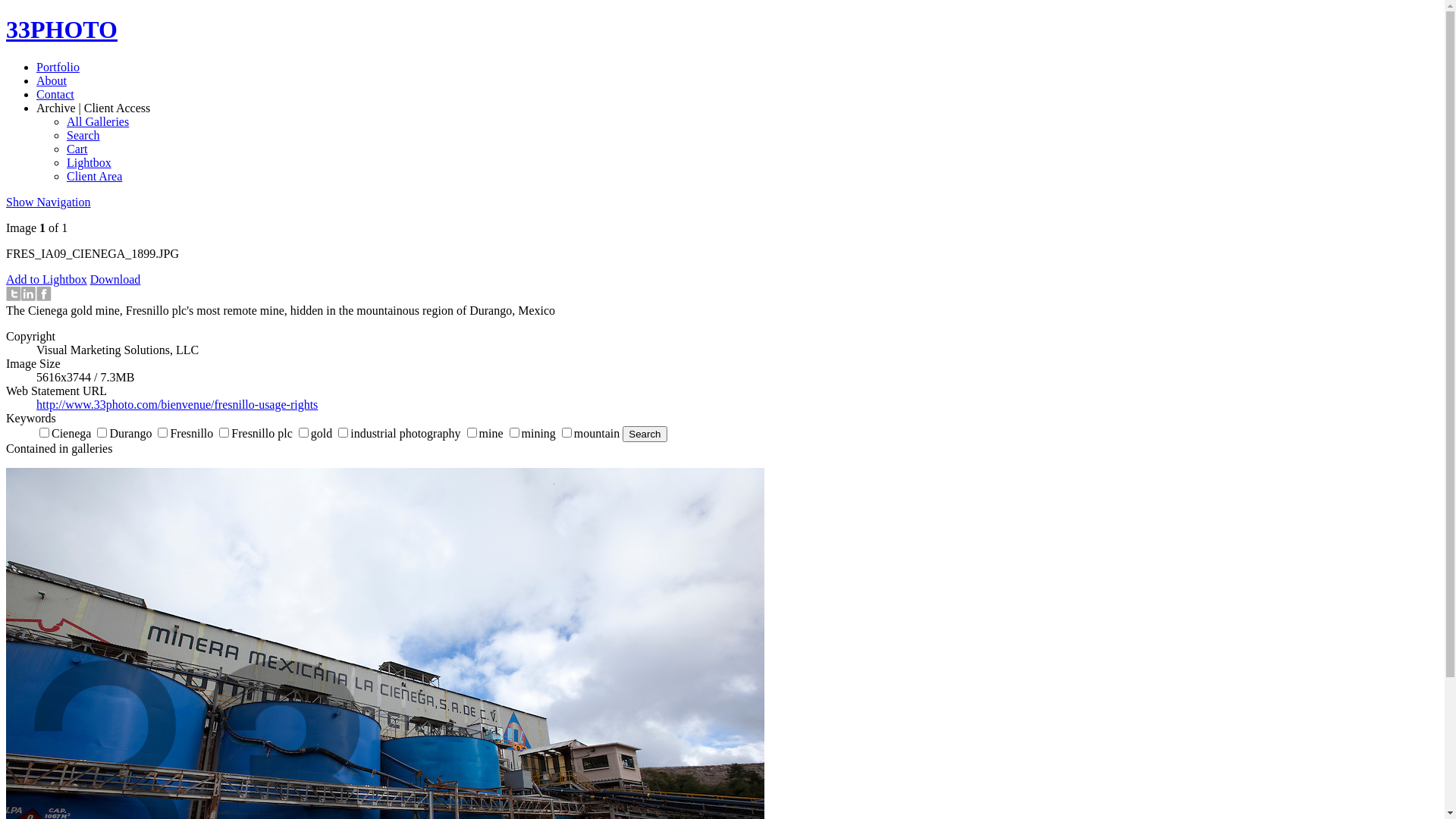  Describe the element at coordinates (93, 175) in the screenshot. I see `'Client Area'` at that location.